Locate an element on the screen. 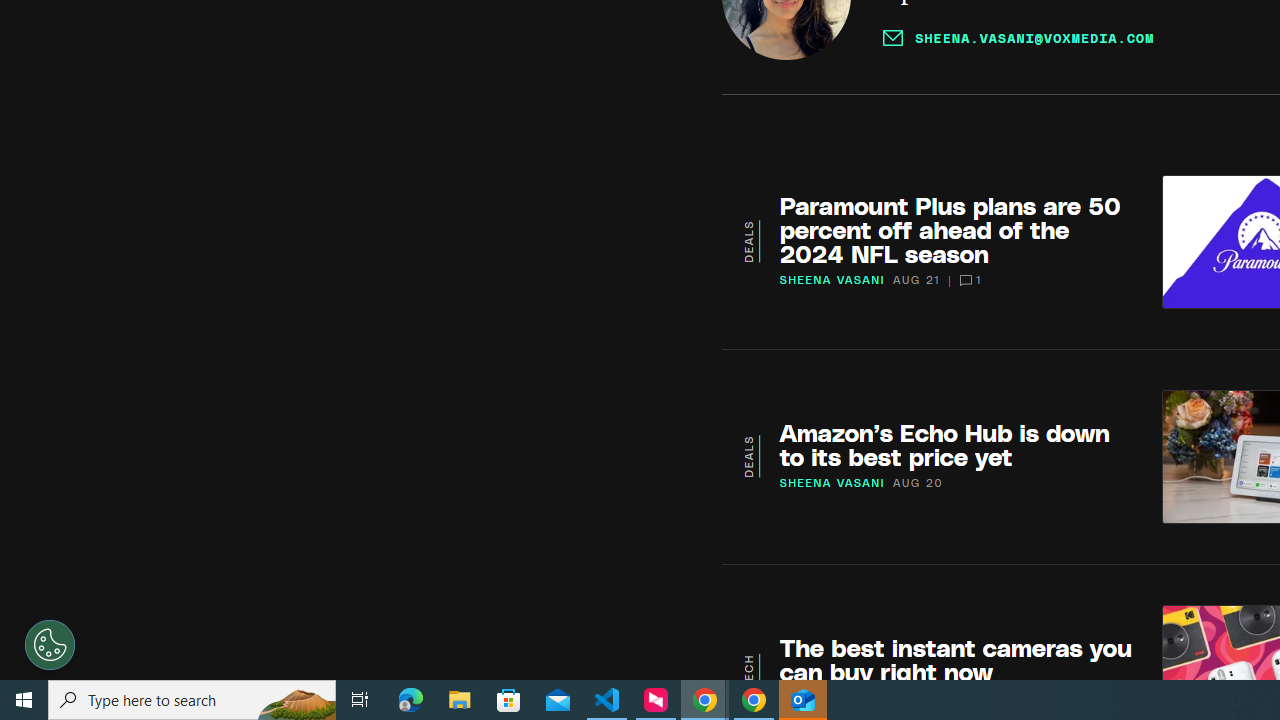 The image size is (1280, 720). 'The best instant cameras you can buy right now' is located at coordinates (955, 659).